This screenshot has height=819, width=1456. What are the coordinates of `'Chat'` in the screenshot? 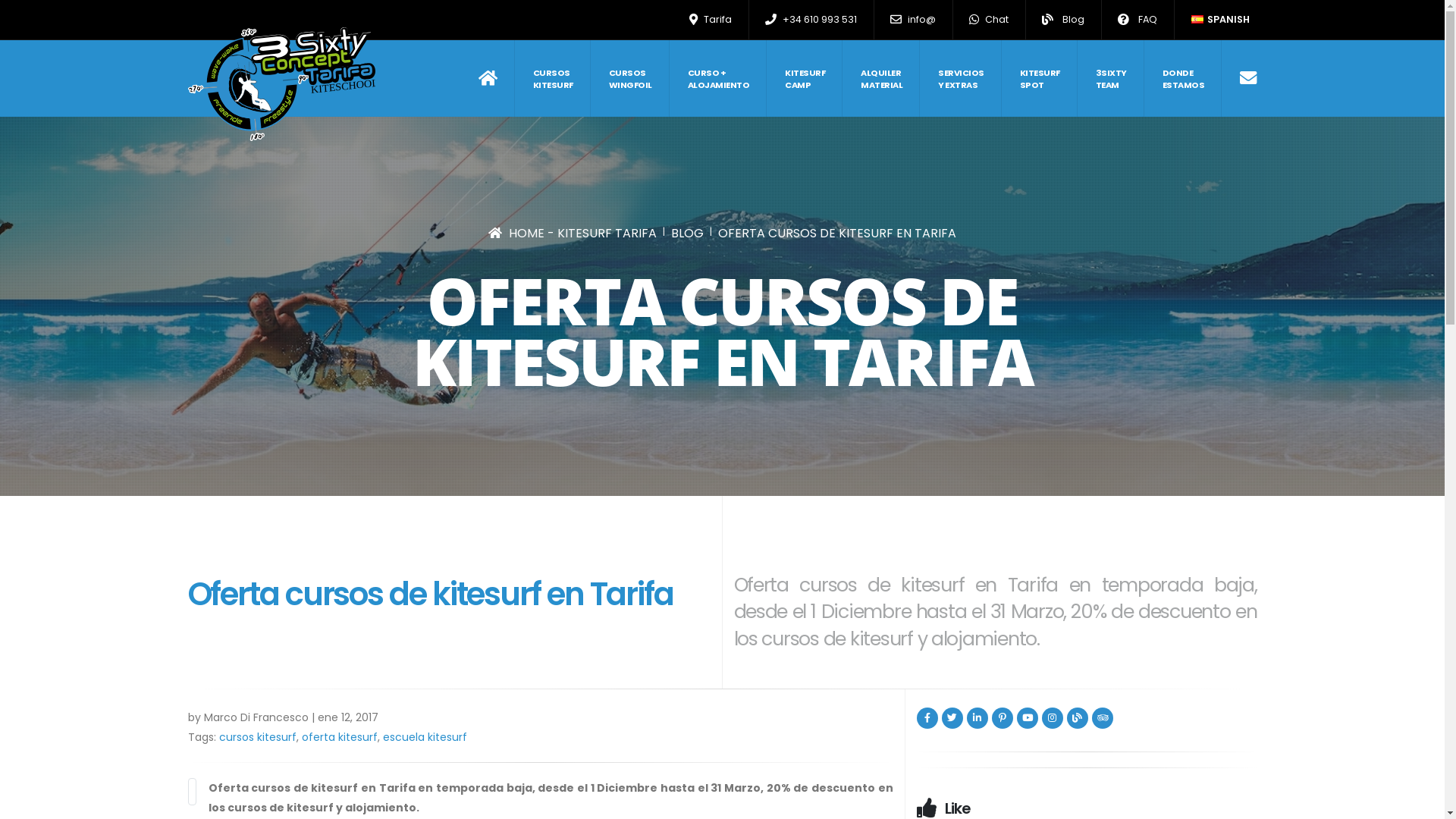 It's located at (988, 20).